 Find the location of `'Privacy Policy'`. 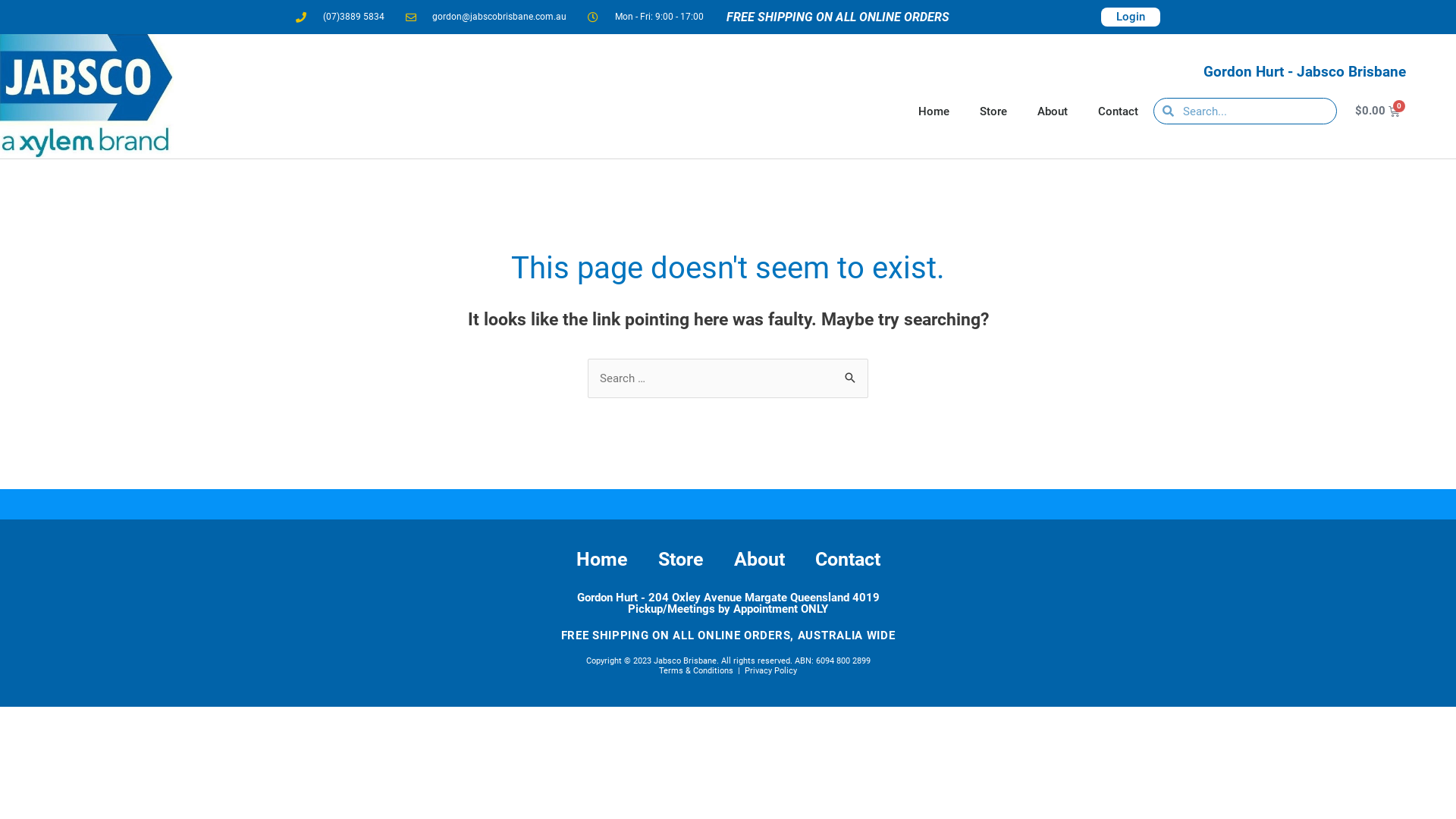

'Privacy Policy' is located at coordinates (745, 670).